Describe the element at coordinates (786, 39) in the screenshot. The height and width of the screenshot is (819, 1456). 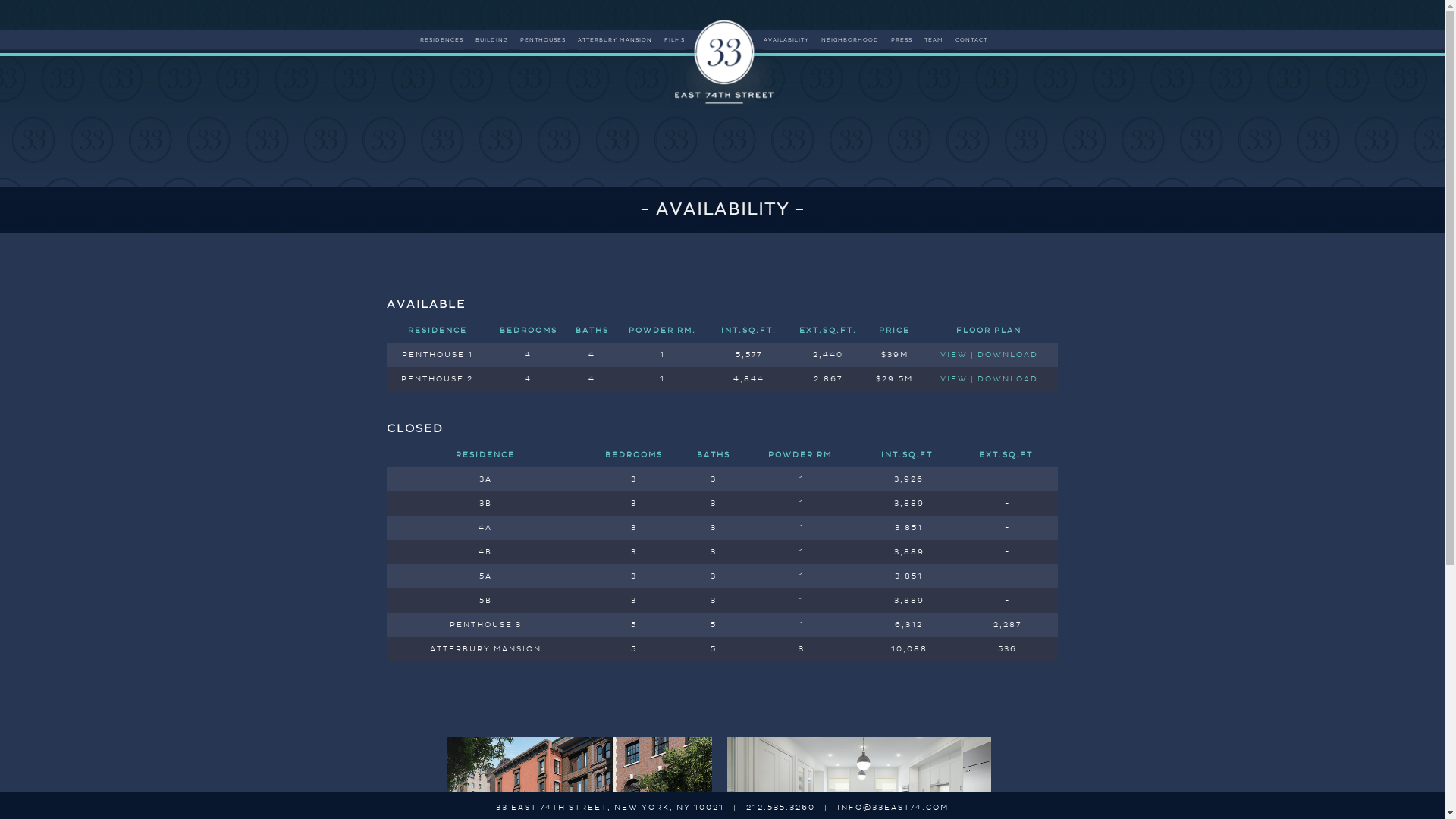
I see `'AVAILABILITY'` at that location.